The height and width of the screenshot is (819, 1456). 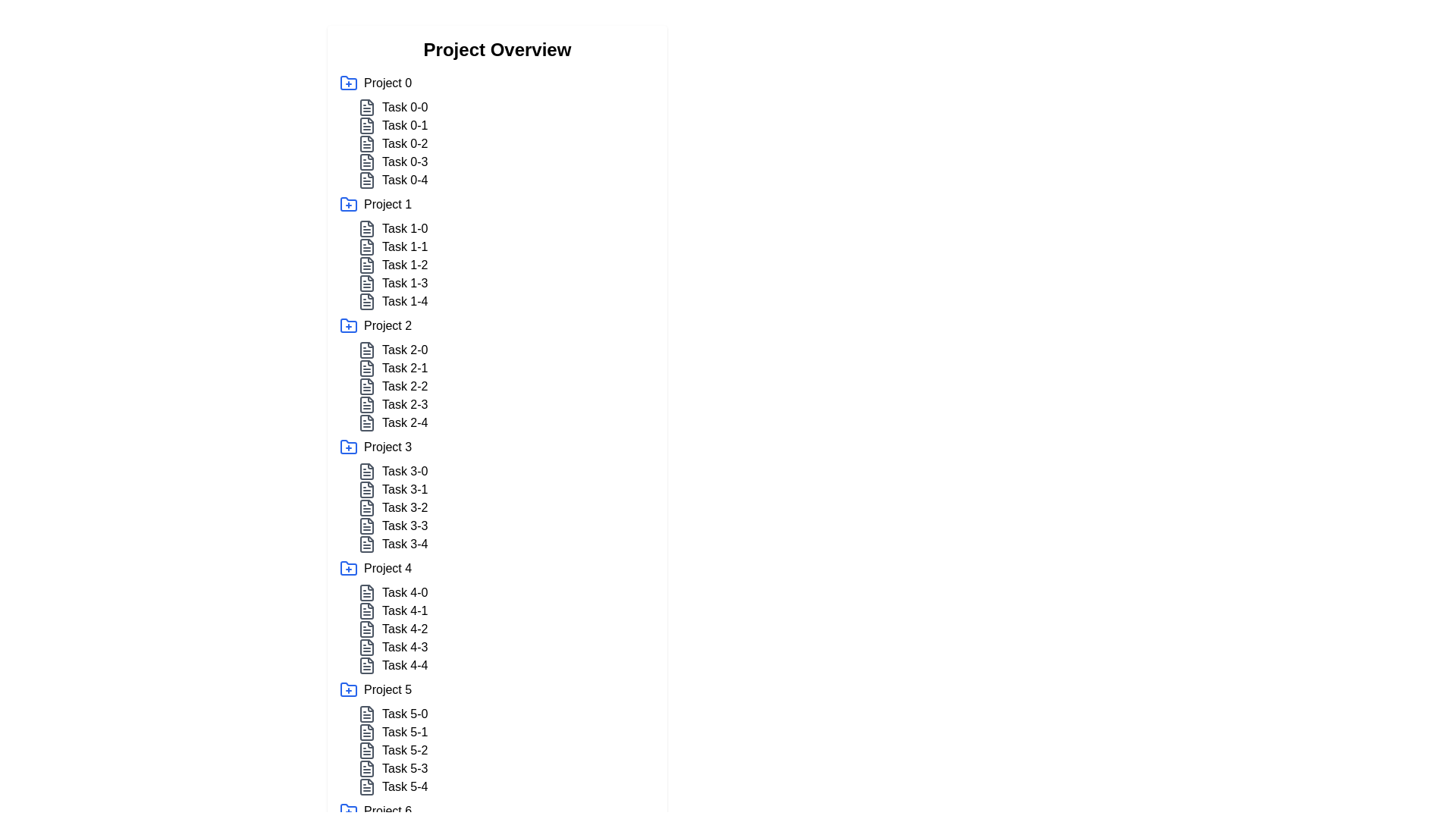 I want to click on the file icon representing 'Task 4-3' in the fourth project grouping, so click(x=367, y=647).